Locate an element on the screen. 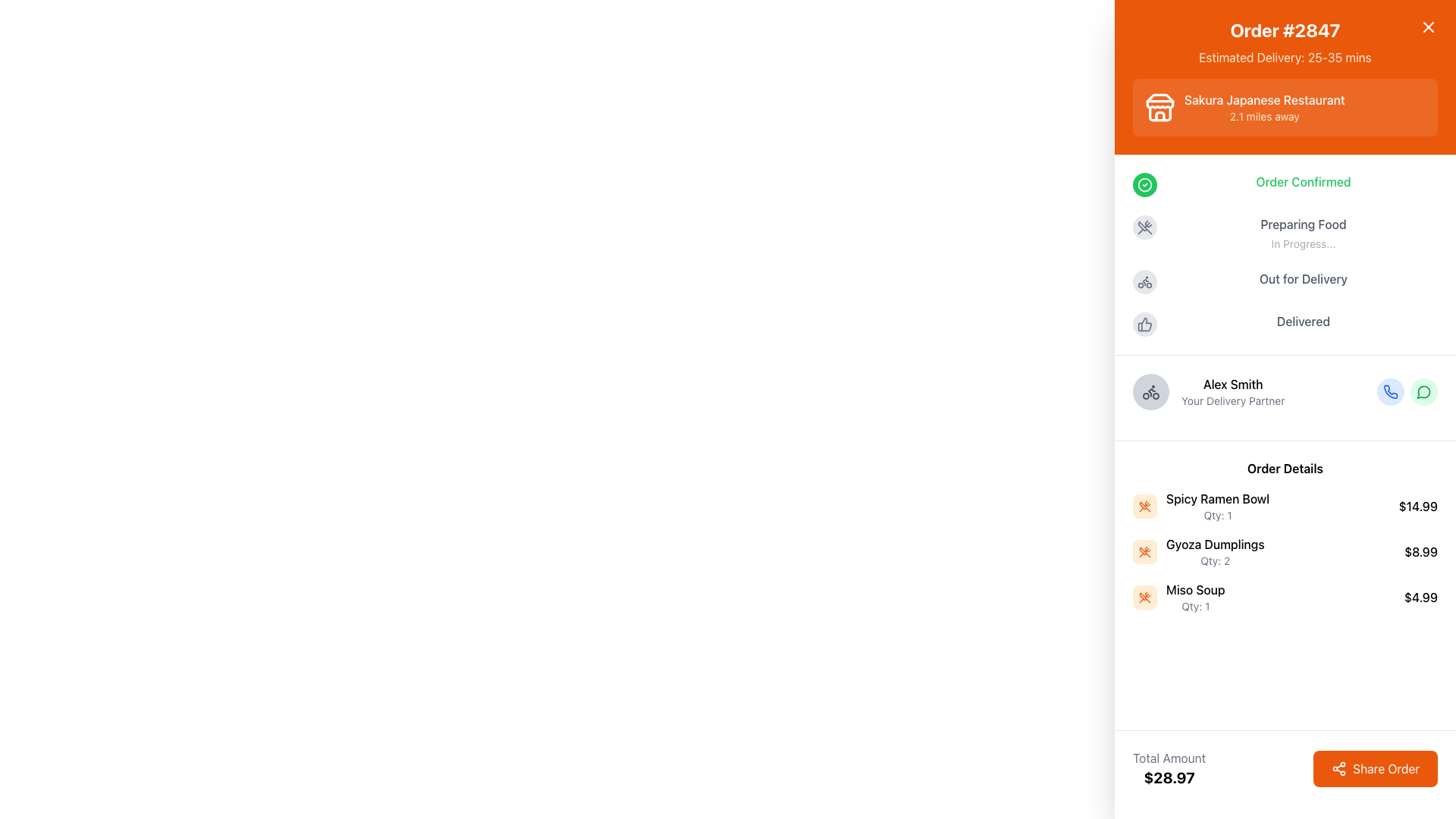 The height and width of the screenshot is (819, 1456). the 'X' icon button located in the top-right corner of the application layout is located at coordinates (1427, 27).